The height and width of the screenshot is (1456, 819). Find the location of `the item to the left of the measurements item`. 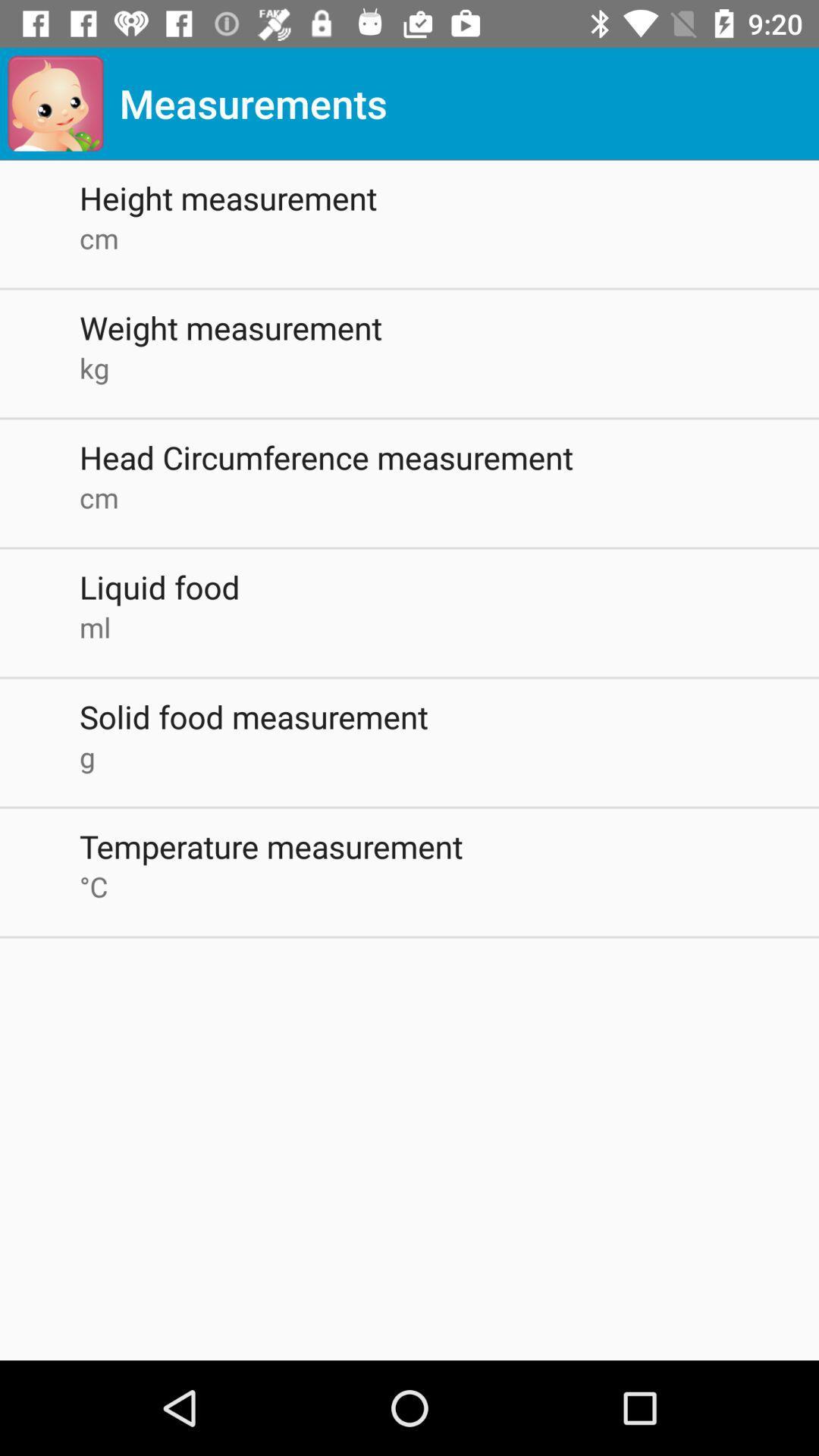

the item to the left of the measurements item is located at coordinates (55, 102).